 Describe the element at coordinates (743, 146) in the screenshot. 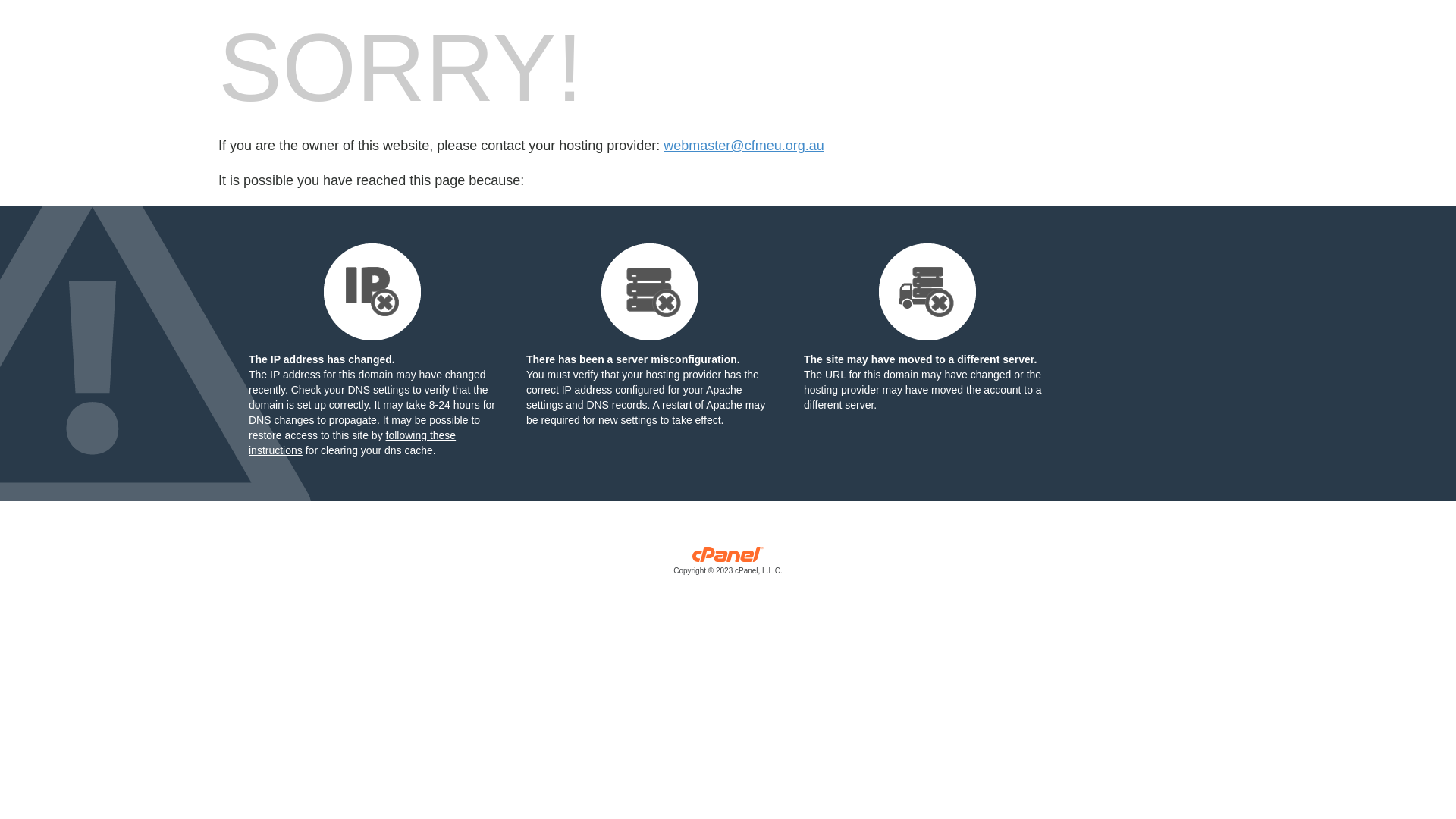

I see `'webmaster@cfmeu.org.au'` at that location.